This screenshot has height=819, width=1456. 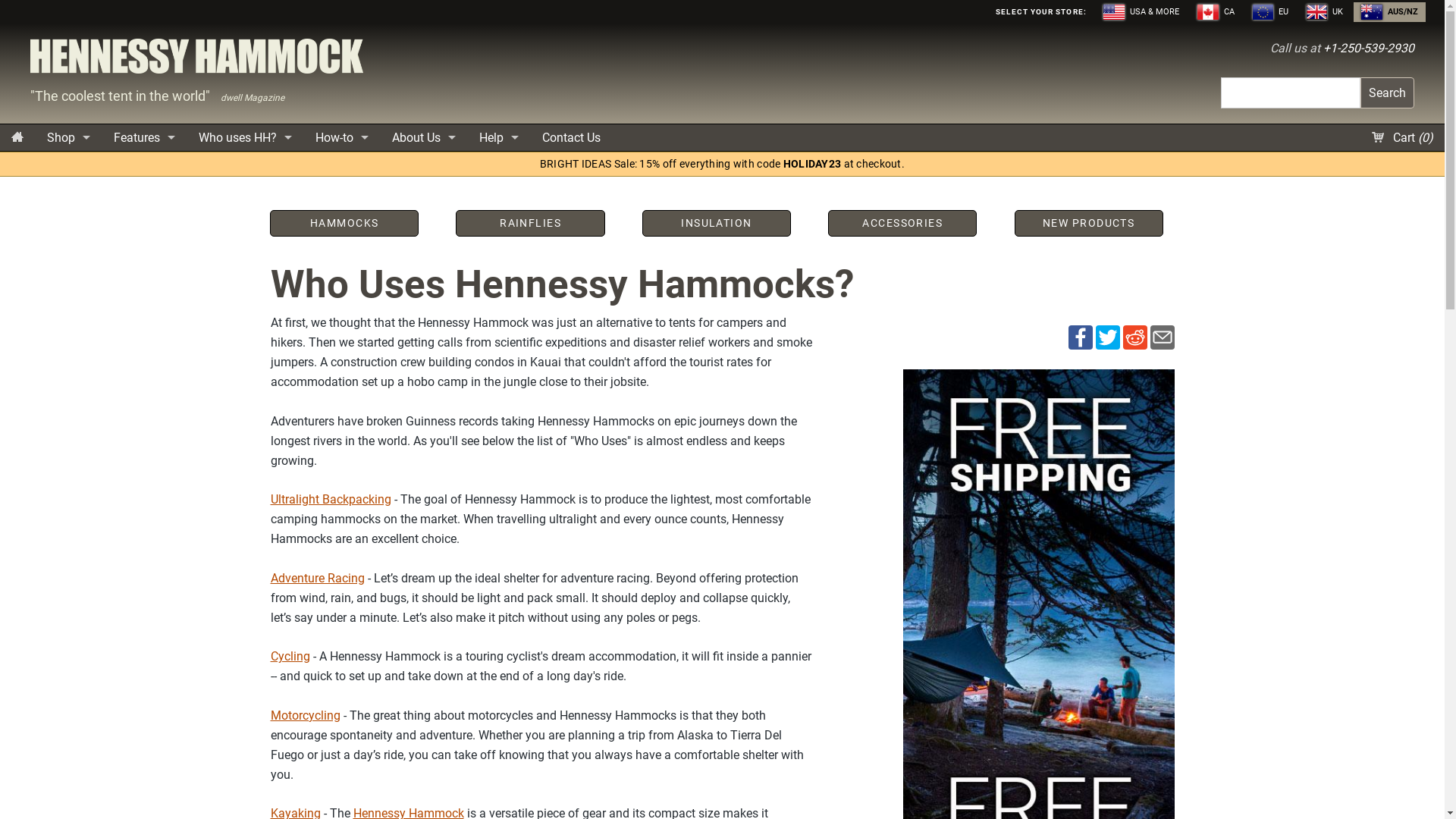 What do you see at coordinates (570, 137) in the screenshot?
I see `'Contact Us'` at bounding box center [570, 137].